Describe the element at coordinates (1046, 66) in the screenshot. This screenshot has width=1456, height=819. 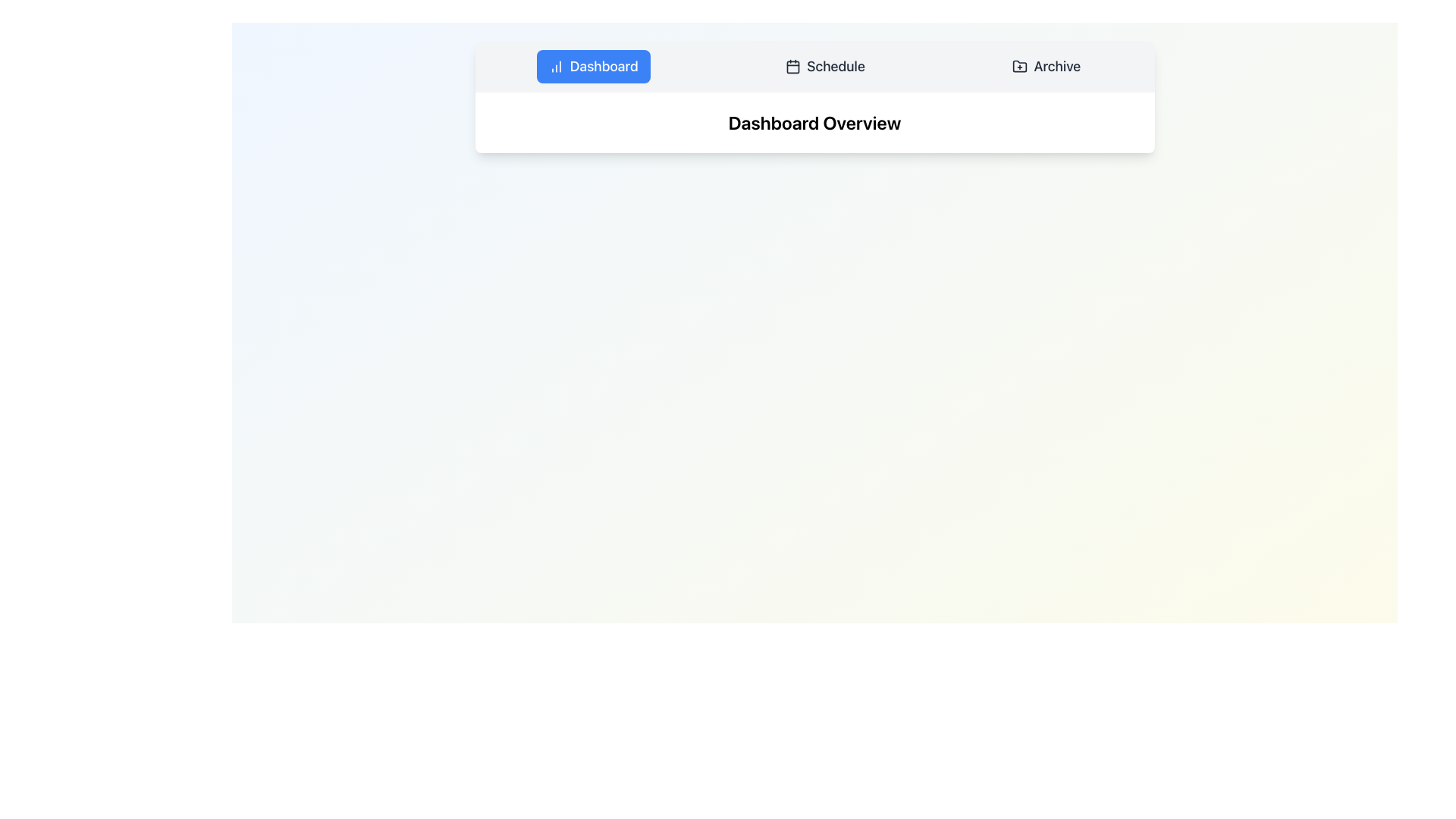
I see `the rightmost button in a horizontal group of three buttons` at that location.